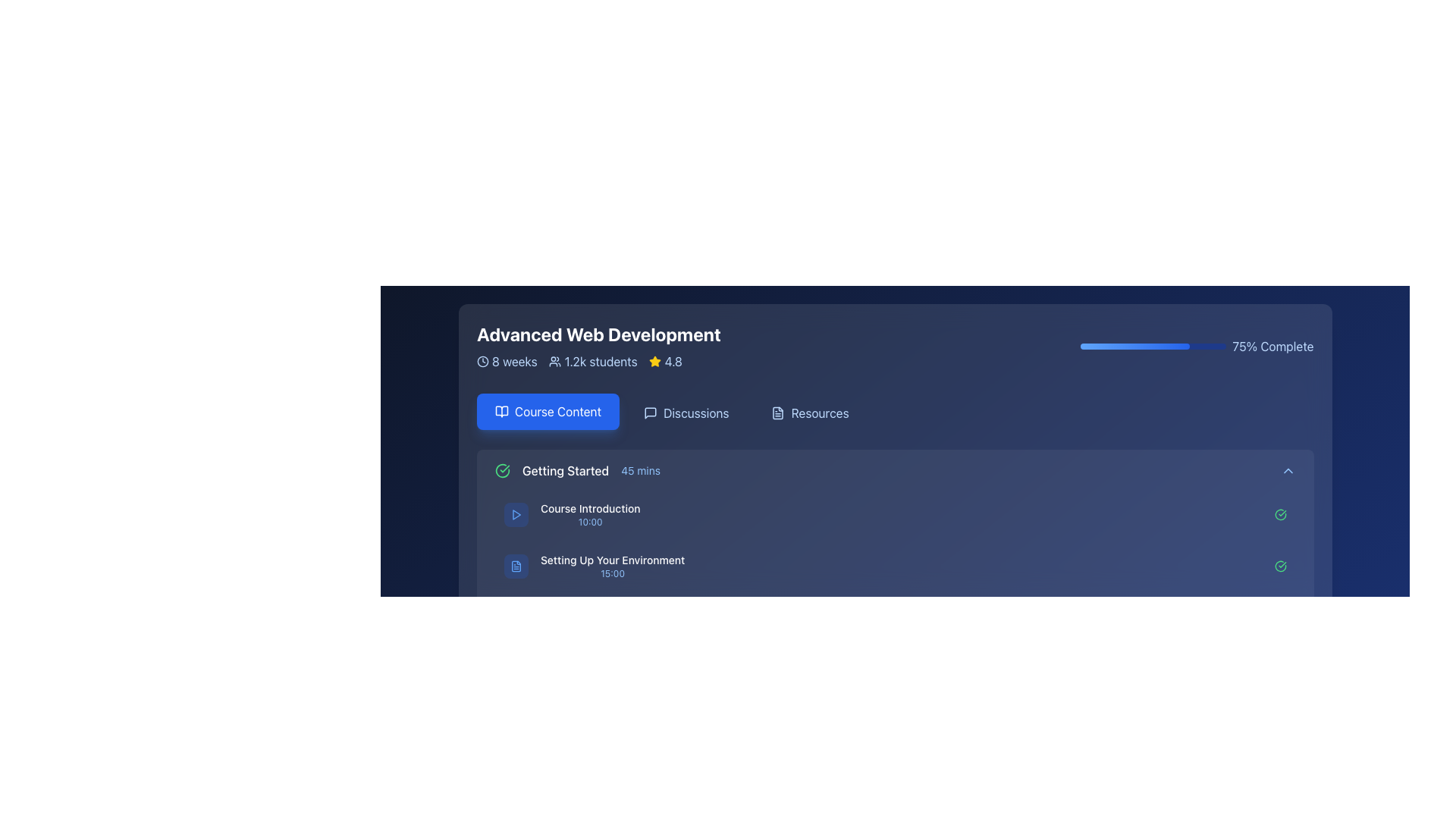 This screenshot has height=819, width=1456. I want to click on the graphical icon resembling a document with text lines, which is located on the second row of items in the 'Getting Started' section of the 'Course Content' area, so click(516, 566).